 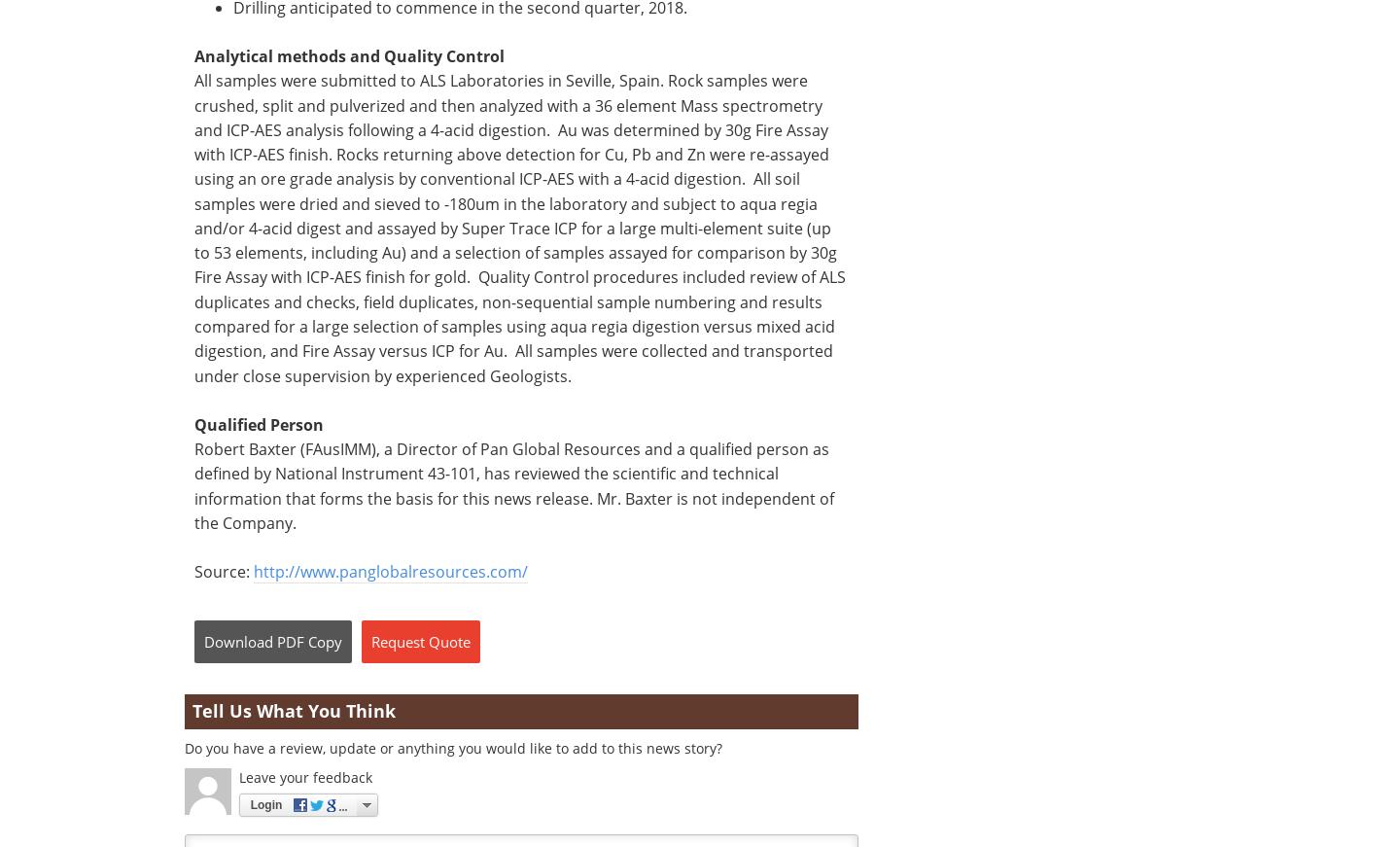 What do you see at coordinates (309, 640) in the screenshot?
I see `'PDF Copy'` at bounding box center [309, 640].